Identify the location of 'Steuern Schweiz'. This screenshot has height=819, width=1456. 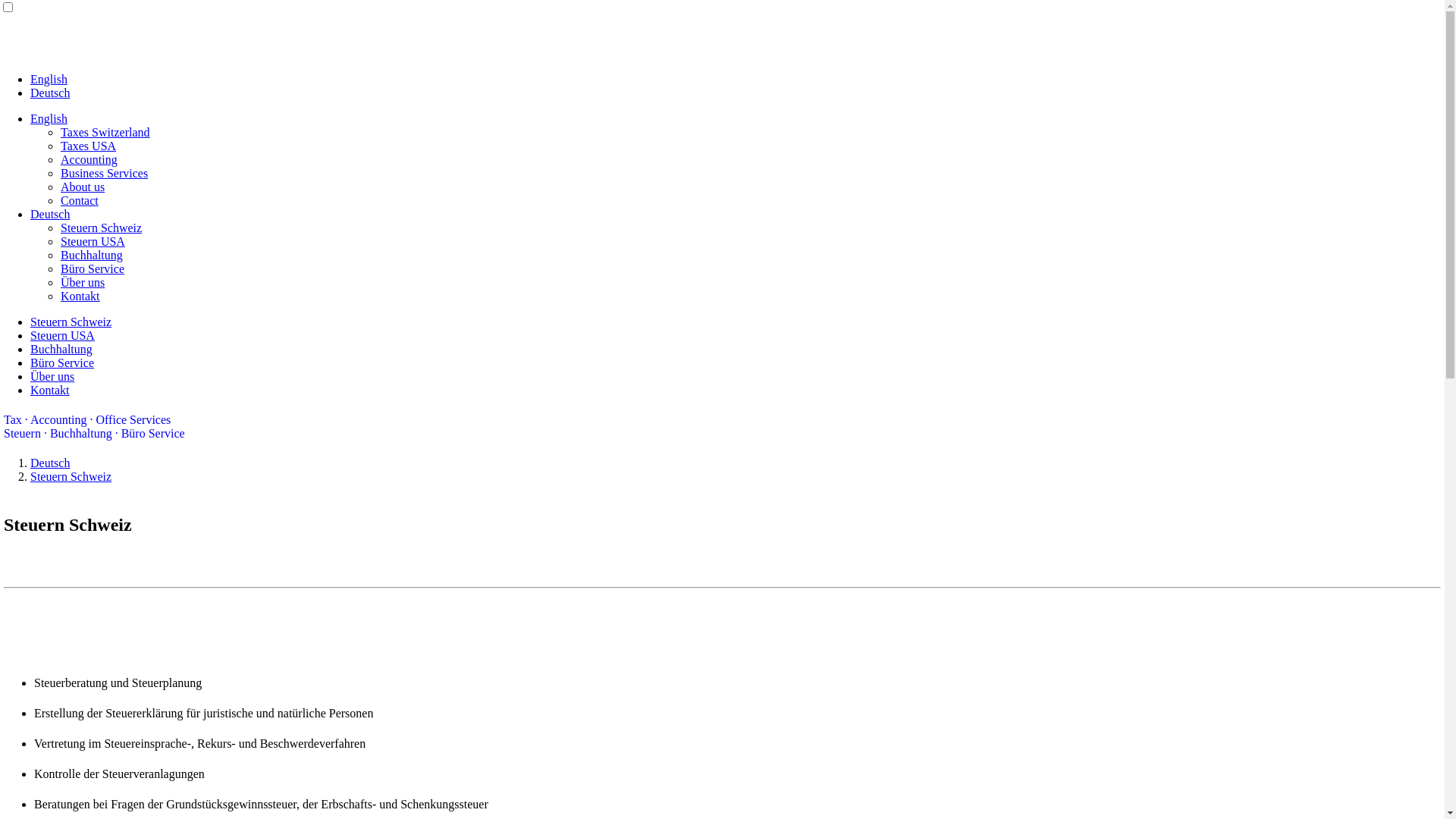
(70, 321).